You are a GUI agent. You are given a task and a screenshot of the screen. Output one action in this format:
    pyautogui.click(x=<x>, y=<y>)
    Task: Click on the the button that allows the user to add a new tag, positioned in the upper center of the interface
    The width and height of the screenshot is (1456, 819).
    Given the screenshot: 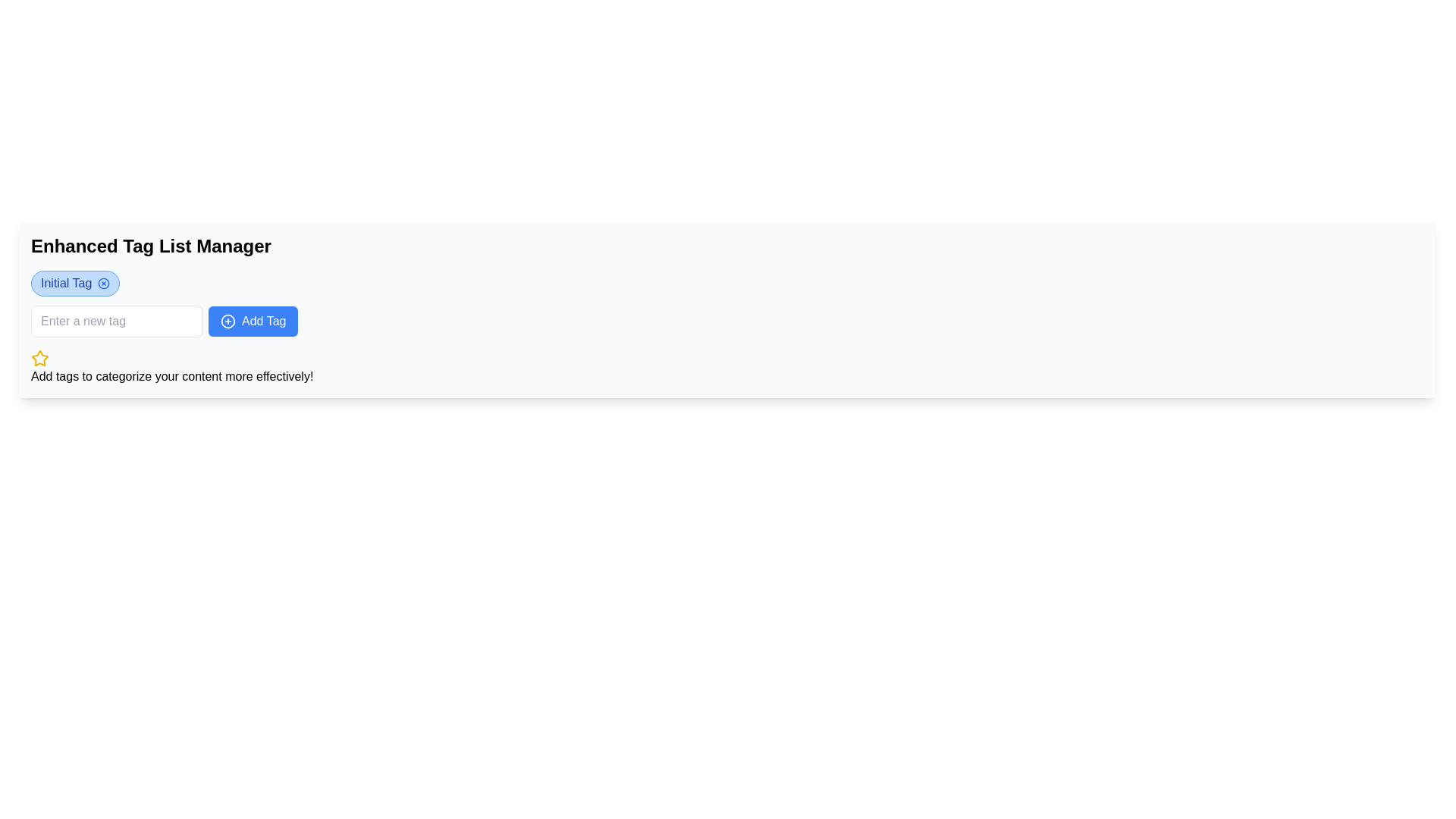 What is the action you would take?
    pyautogui.click(x=253, y=321)
    